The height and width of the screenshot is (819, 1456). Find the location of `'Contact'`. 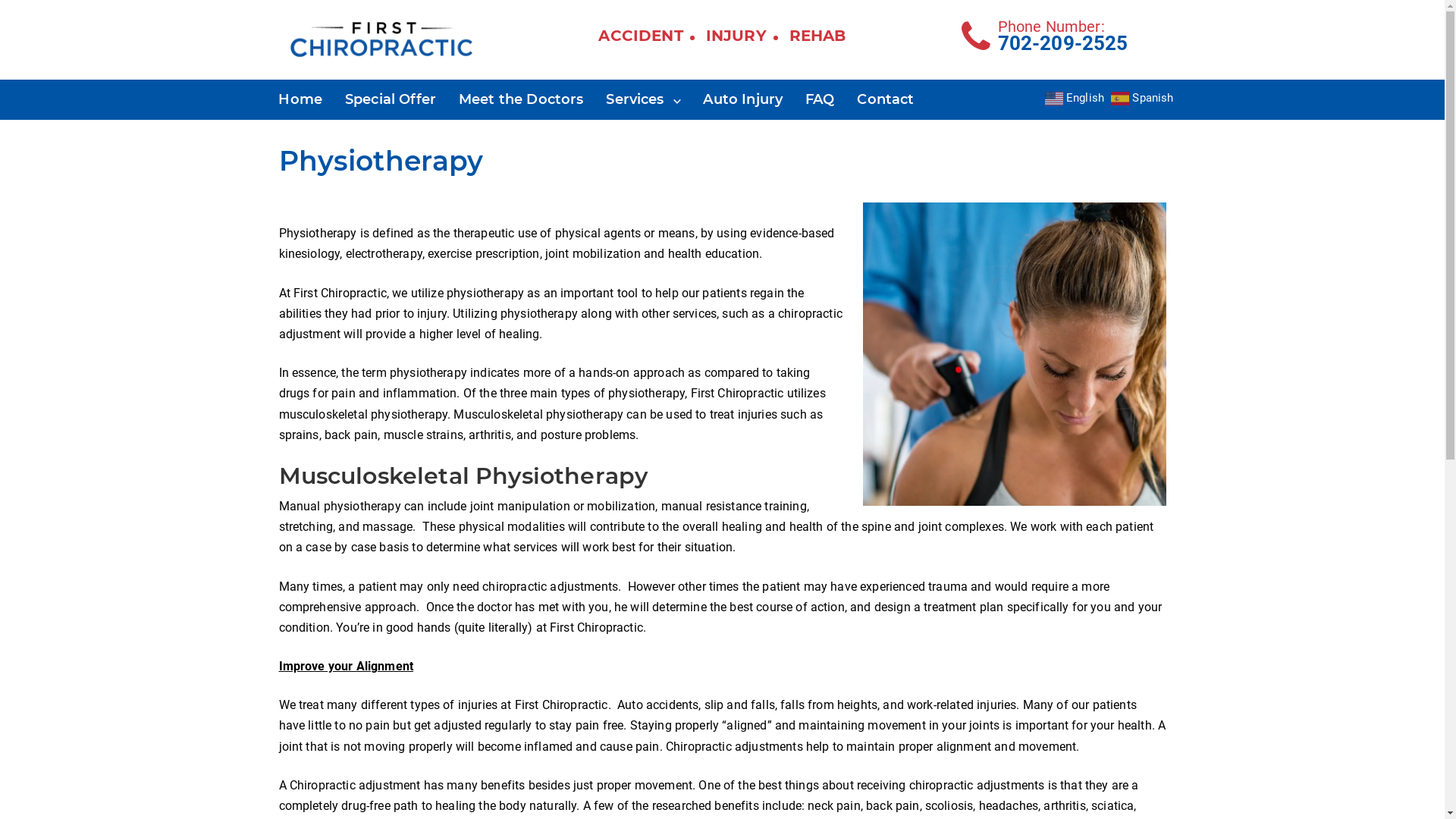

'Contact' is located at coordinates (886, 99).